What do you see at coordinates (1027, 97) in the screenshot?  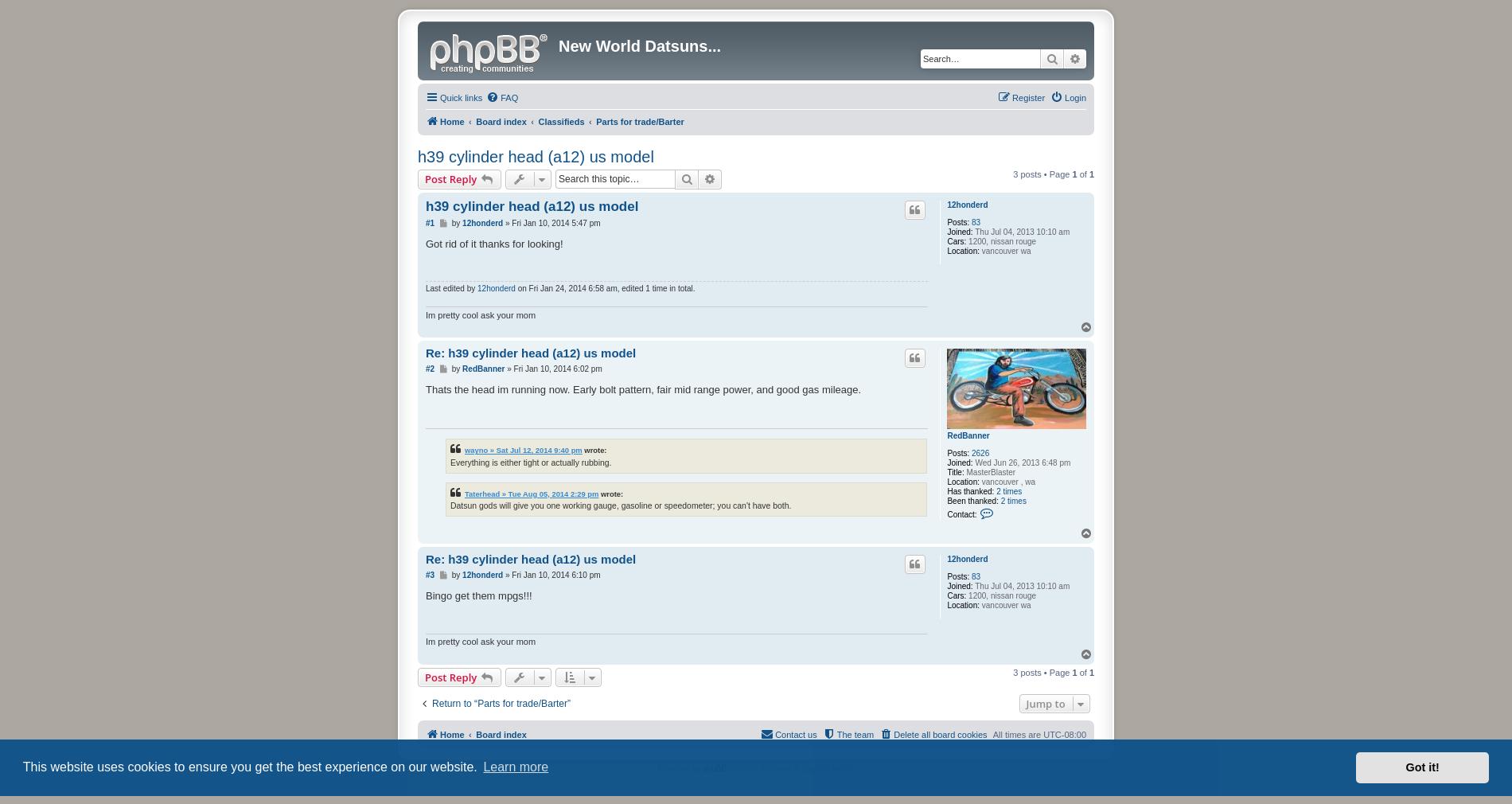 I see `'Register'` at bounding box center [1027, 97].